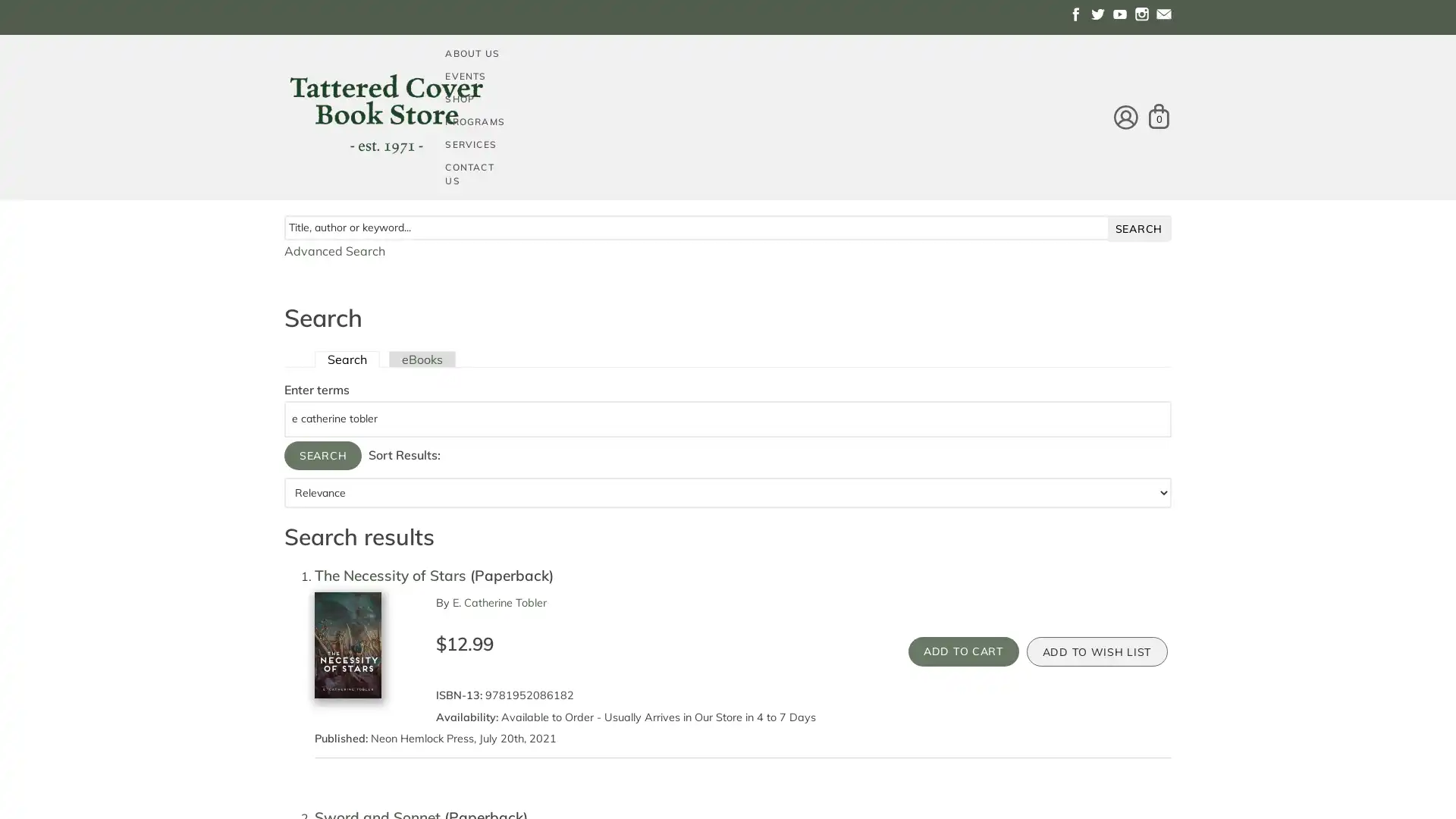 The width and height of the screenshot is (1456, 819). I want to click on search, so click(1138, 228).